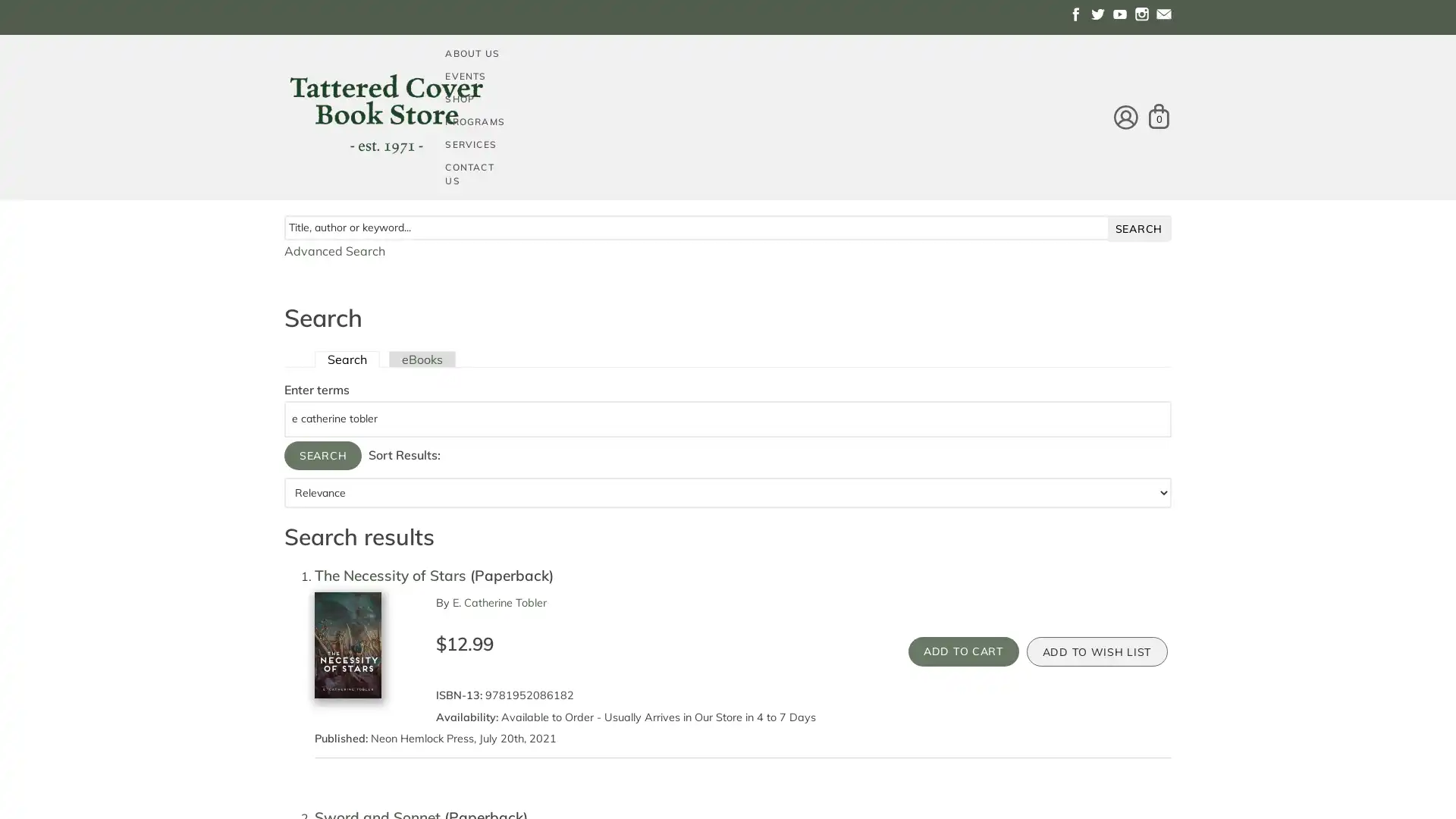 The width and height of the screenshot is (1456, 819). I want to click on search, so click(1138, 228).